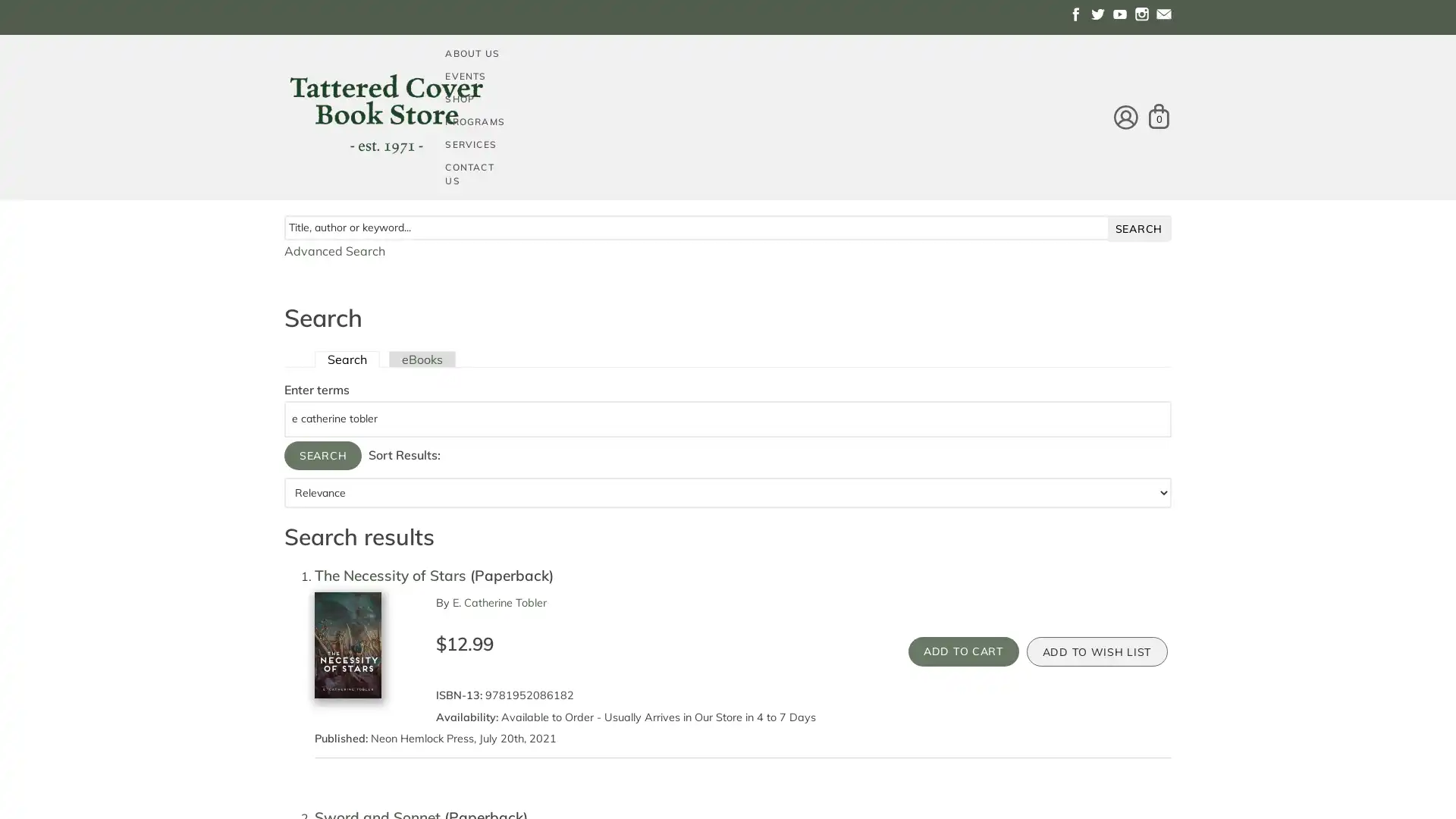 The width and height of the screenshot is (1456, 819). I want to click on search, so click(1138, 228).